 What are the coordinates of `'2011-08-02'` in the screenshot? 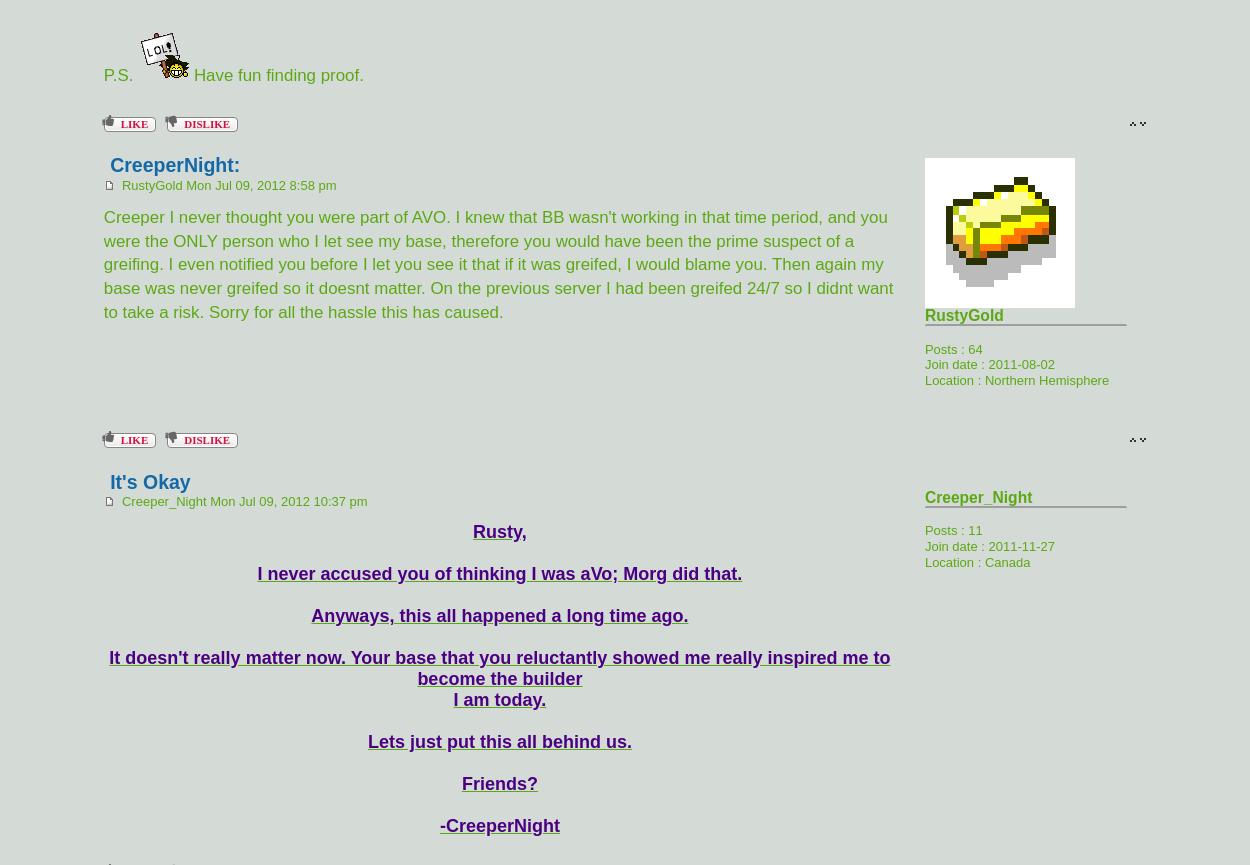 It's located at (1021, 364).